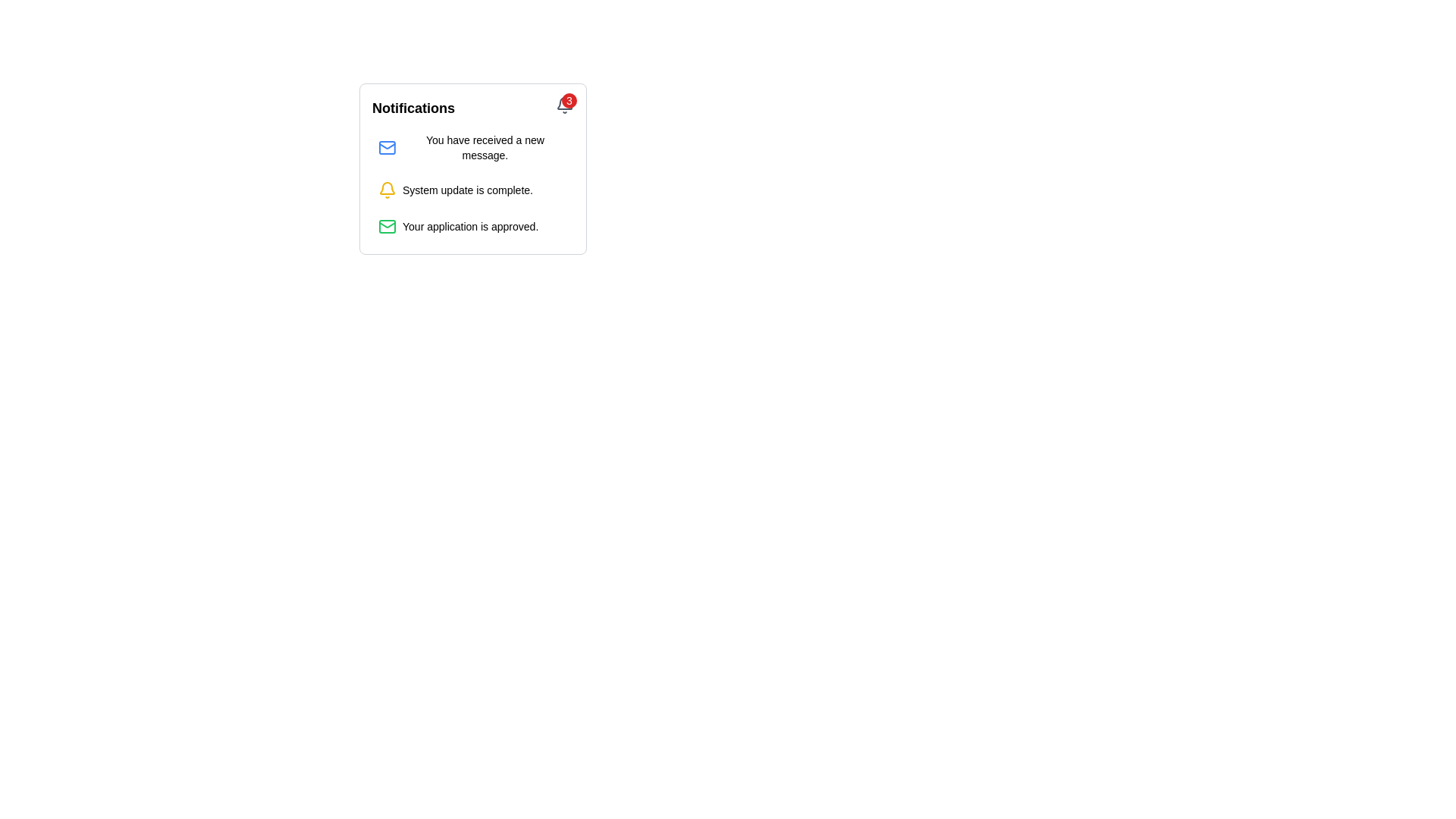 This screenshot has height=819, width=1456. Describe the element at coordinates (387, 224) in the screenshot. I see `the envelope icon with green outlines located inside the notification card at the top left corner, above the message description` at that location.